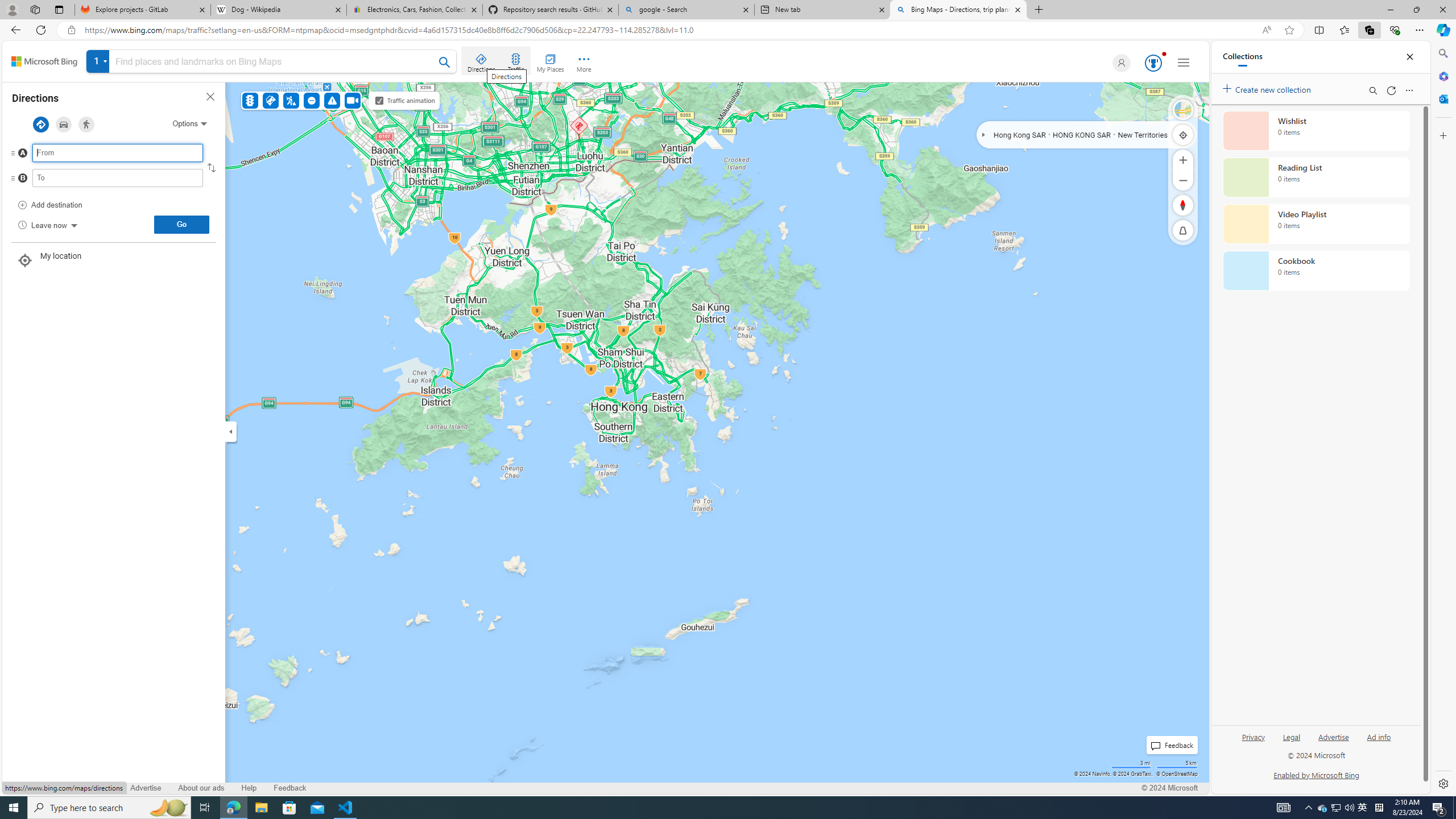 The height and width of the screenshot is (819, 1456). Describe the element at coordinates (210, 167) in the screenshot. I see `'Reverse'` at that location.